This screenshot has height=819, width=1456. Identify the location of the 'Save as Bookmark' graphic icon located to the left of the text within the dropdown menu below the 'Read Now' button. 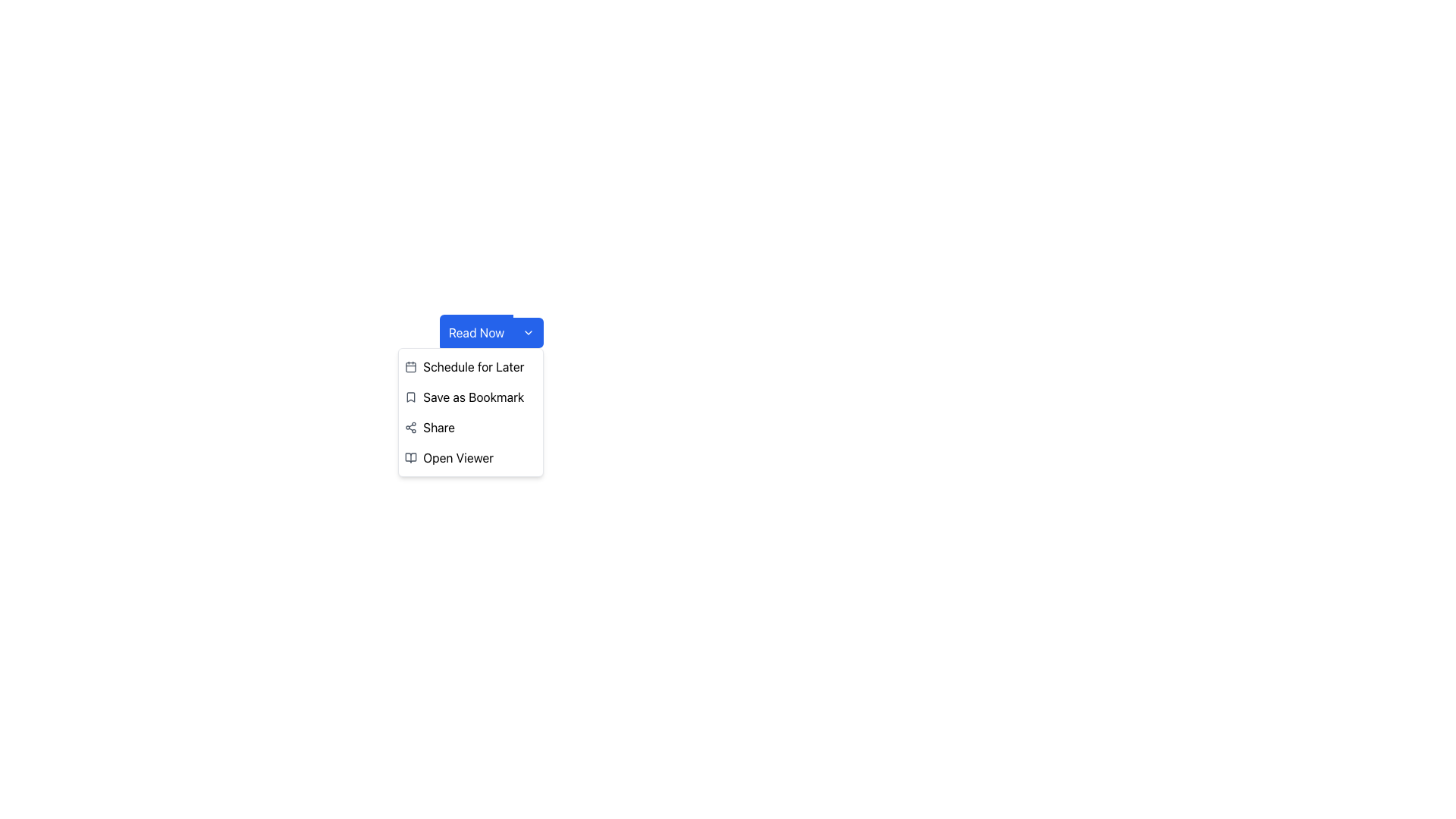
(411, 397).